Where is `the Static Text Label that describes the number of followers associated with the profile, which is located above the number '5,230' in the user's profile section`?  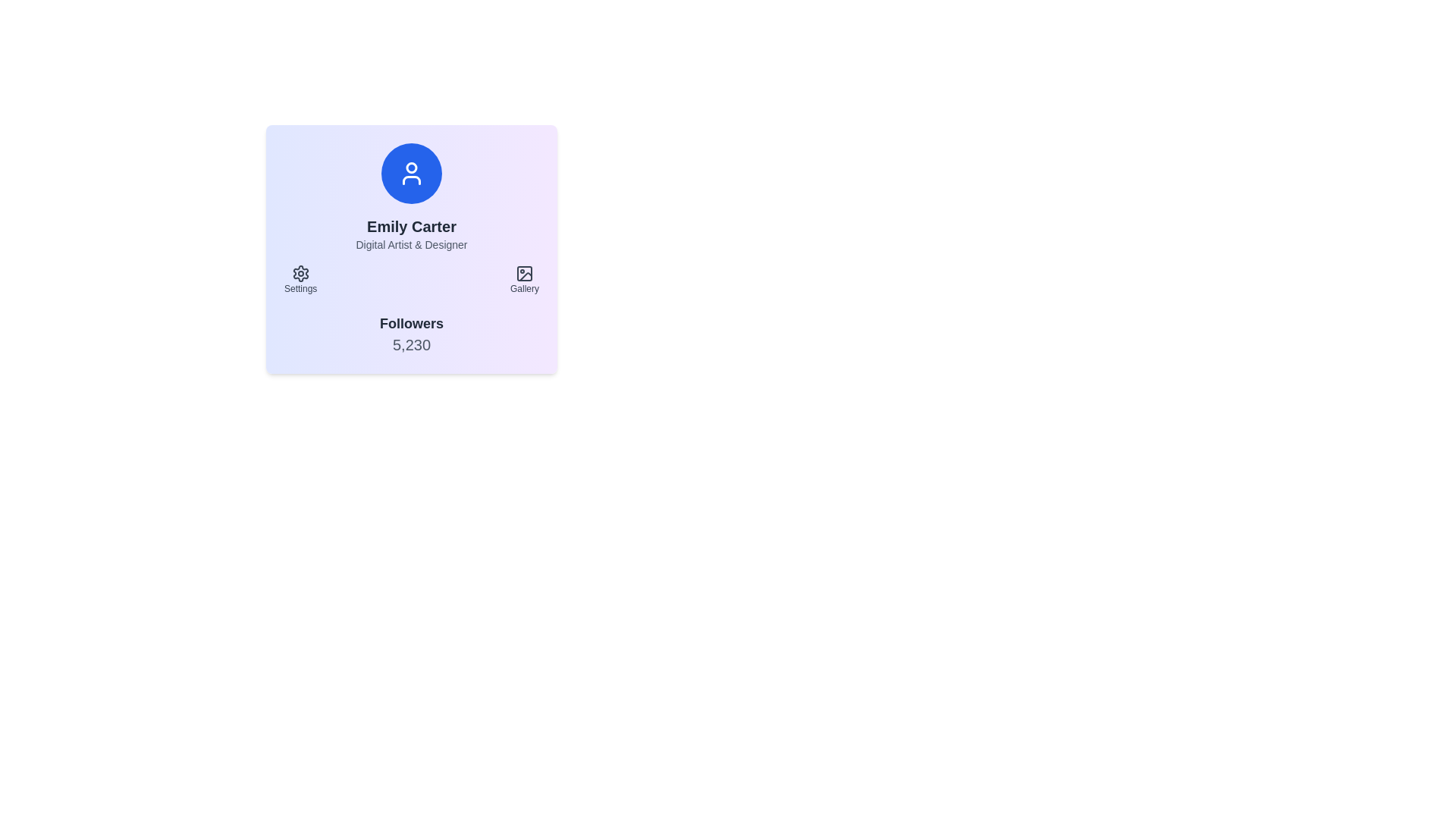
the Static Text Label that describes the number of followers associated with the profile, which is located above the number '5,230' in the user's profile section is located at coordinates (411, 323).